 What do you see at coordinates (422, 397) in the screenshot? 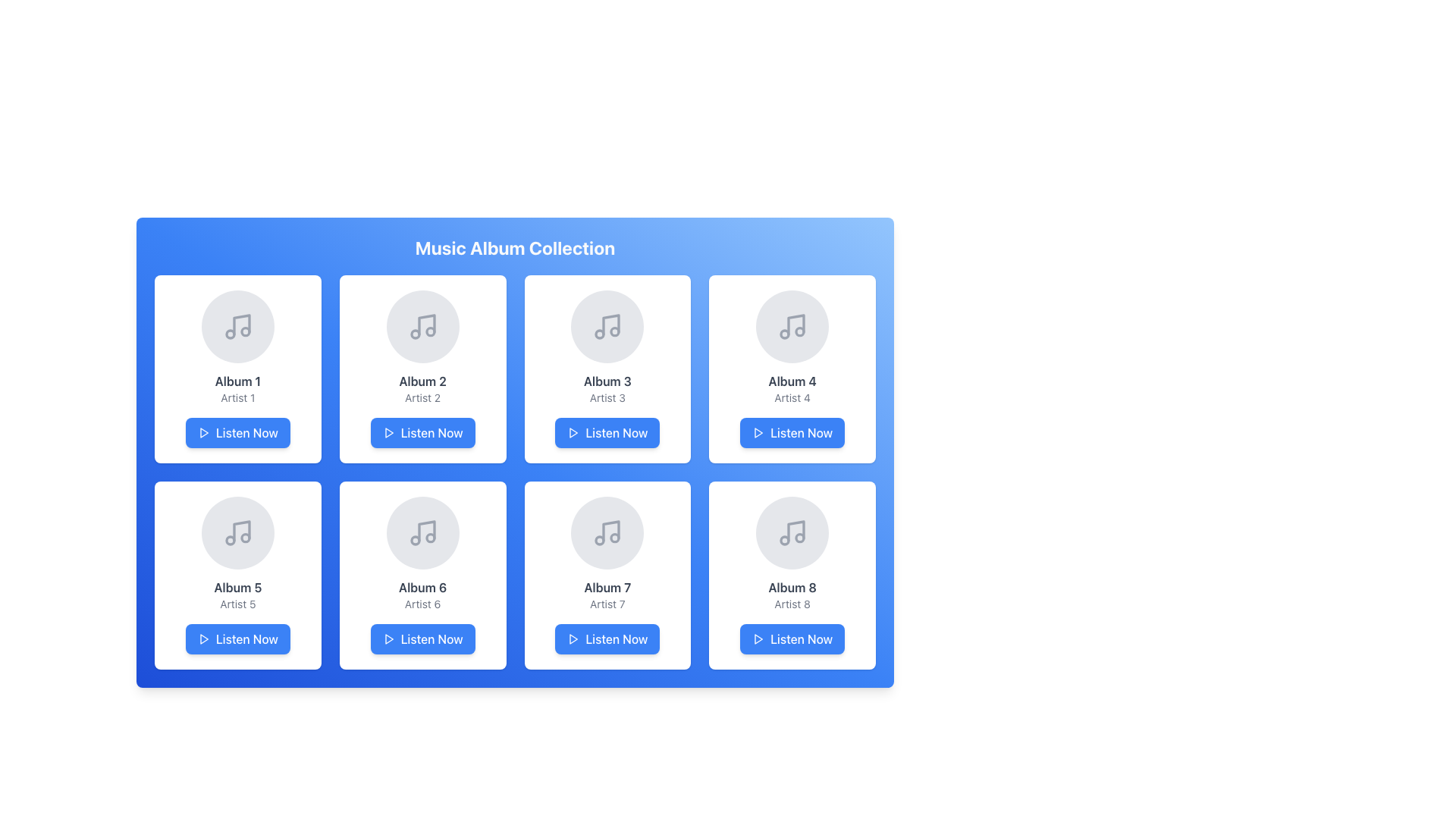
I see `the text label indicating the artist associated with 'Album 2', which is located below the album name in the card layout` at bounding box center [422, 397].